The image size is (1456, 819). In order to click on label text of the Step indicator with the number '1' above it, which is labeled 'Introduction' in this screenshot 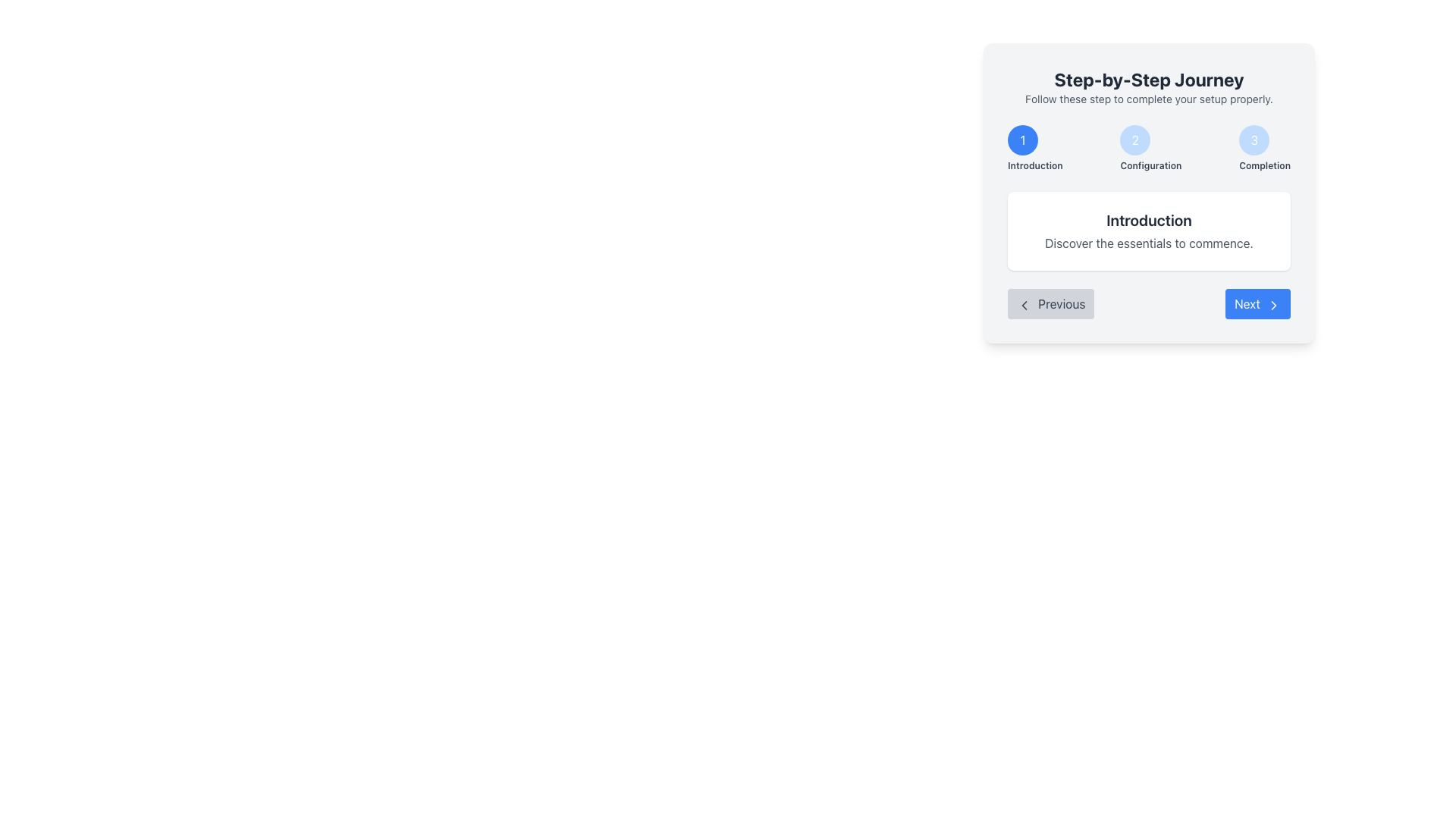, I will do `click(1034, 149)`.